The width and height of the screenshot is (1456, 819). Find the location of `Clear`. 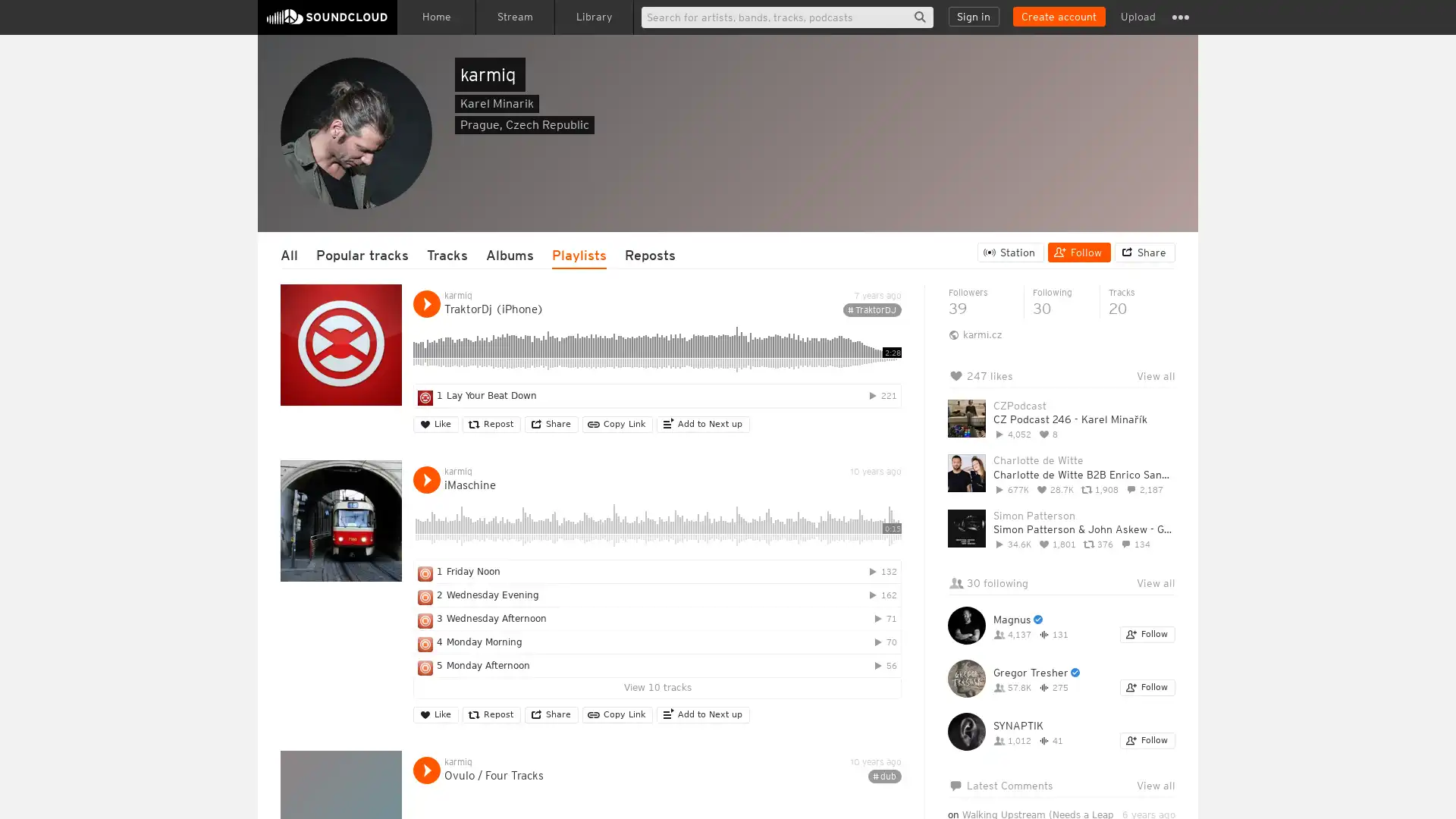

Clear is located at coordinates (1124, 414).